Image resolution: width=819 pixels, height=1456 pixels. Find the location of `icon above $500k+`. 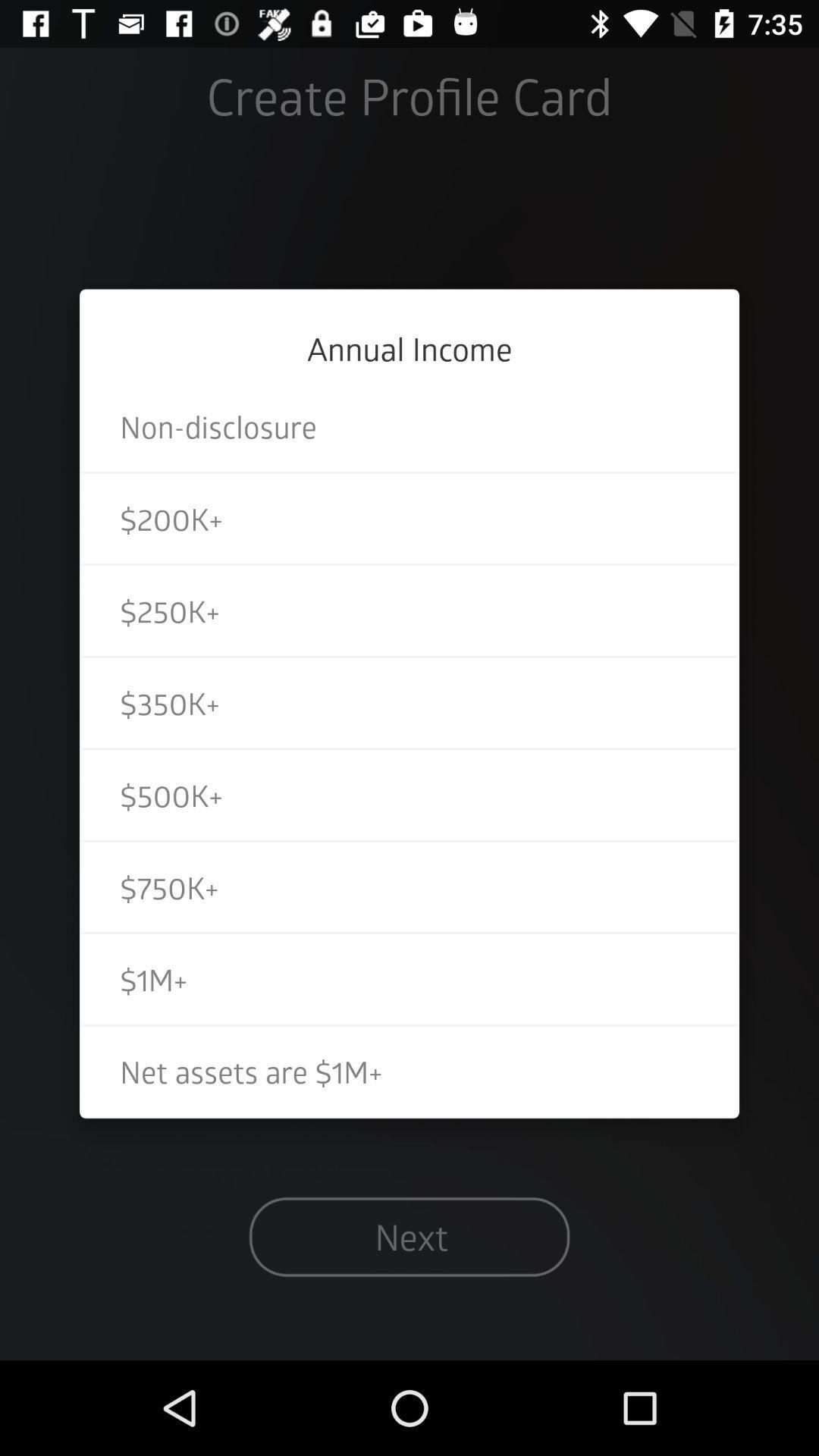

icon above $500k+ is located at coordinates (409, 701).